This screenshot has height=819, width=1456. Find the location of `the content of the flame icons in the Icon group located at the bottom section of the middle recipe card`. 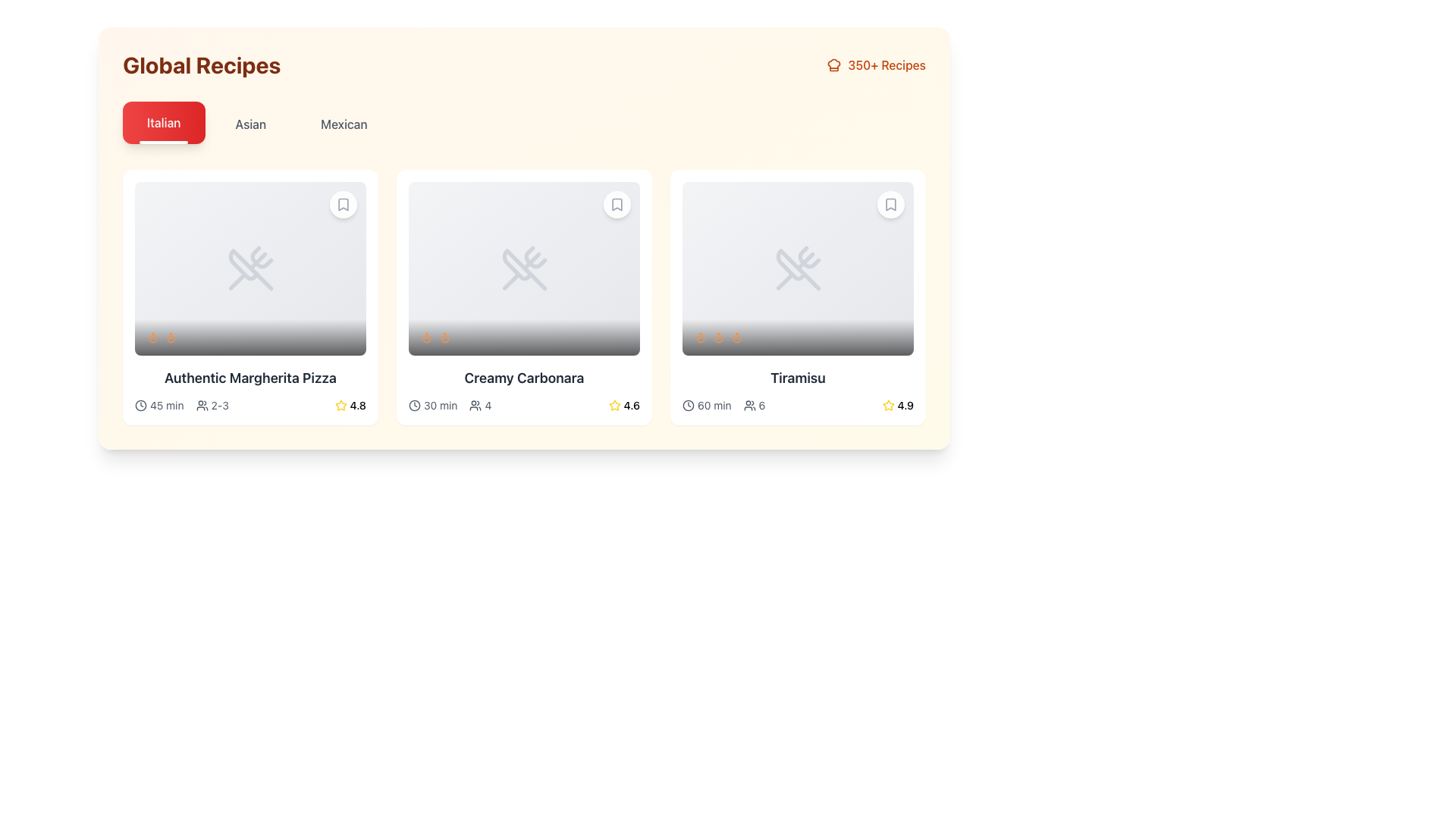

the content of the flame icons in the Icon group located at the bottom section of the middle recipe card is located at coordinates (524, 336).